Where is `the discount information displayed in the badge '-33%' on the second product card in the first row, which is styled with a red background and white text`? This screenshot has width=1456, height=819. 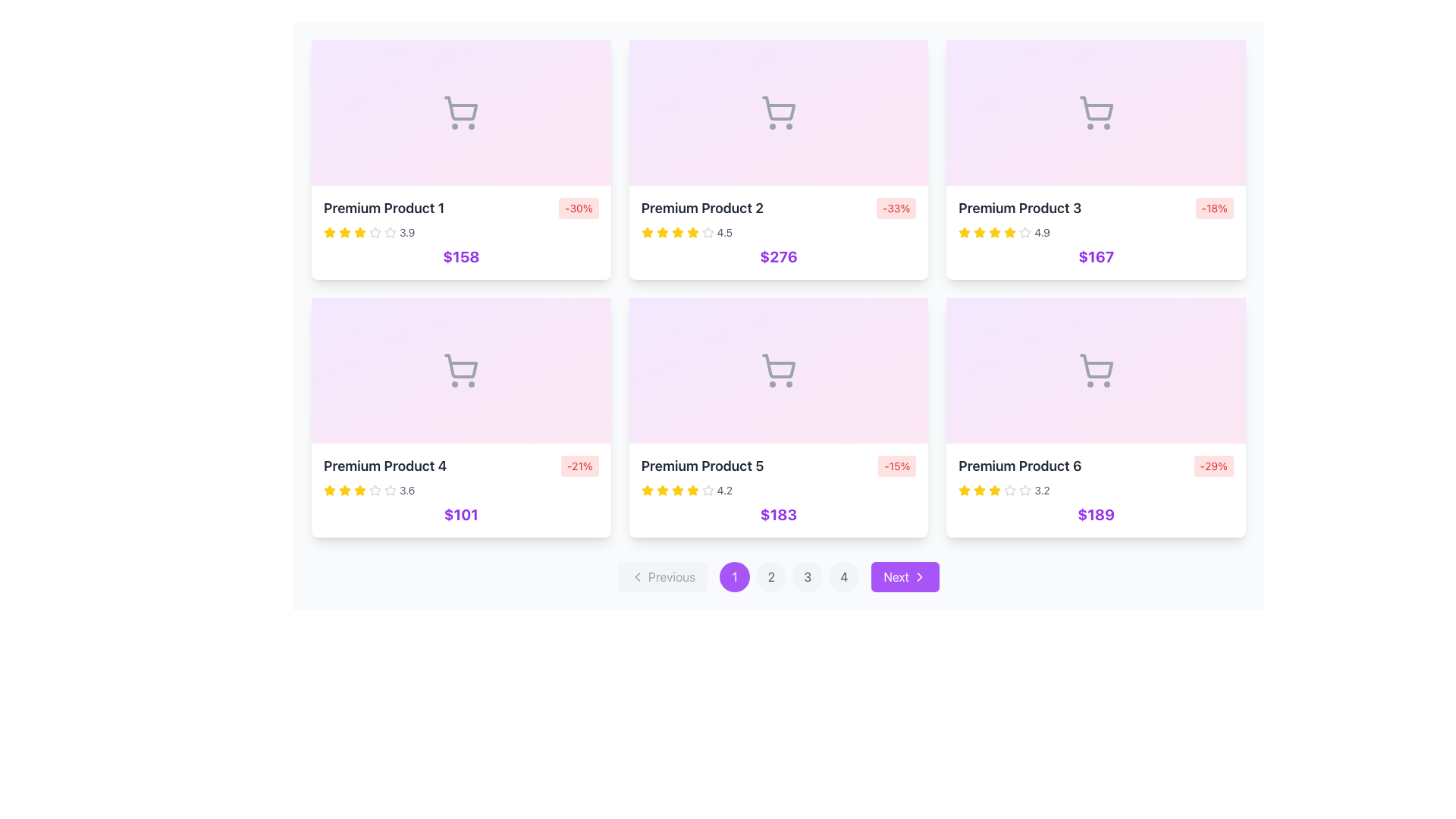 the discount information displayed in the badge '-33%' on the second product card in the first row, which is styled with a red background and white text is located at coordinates (779, 208).